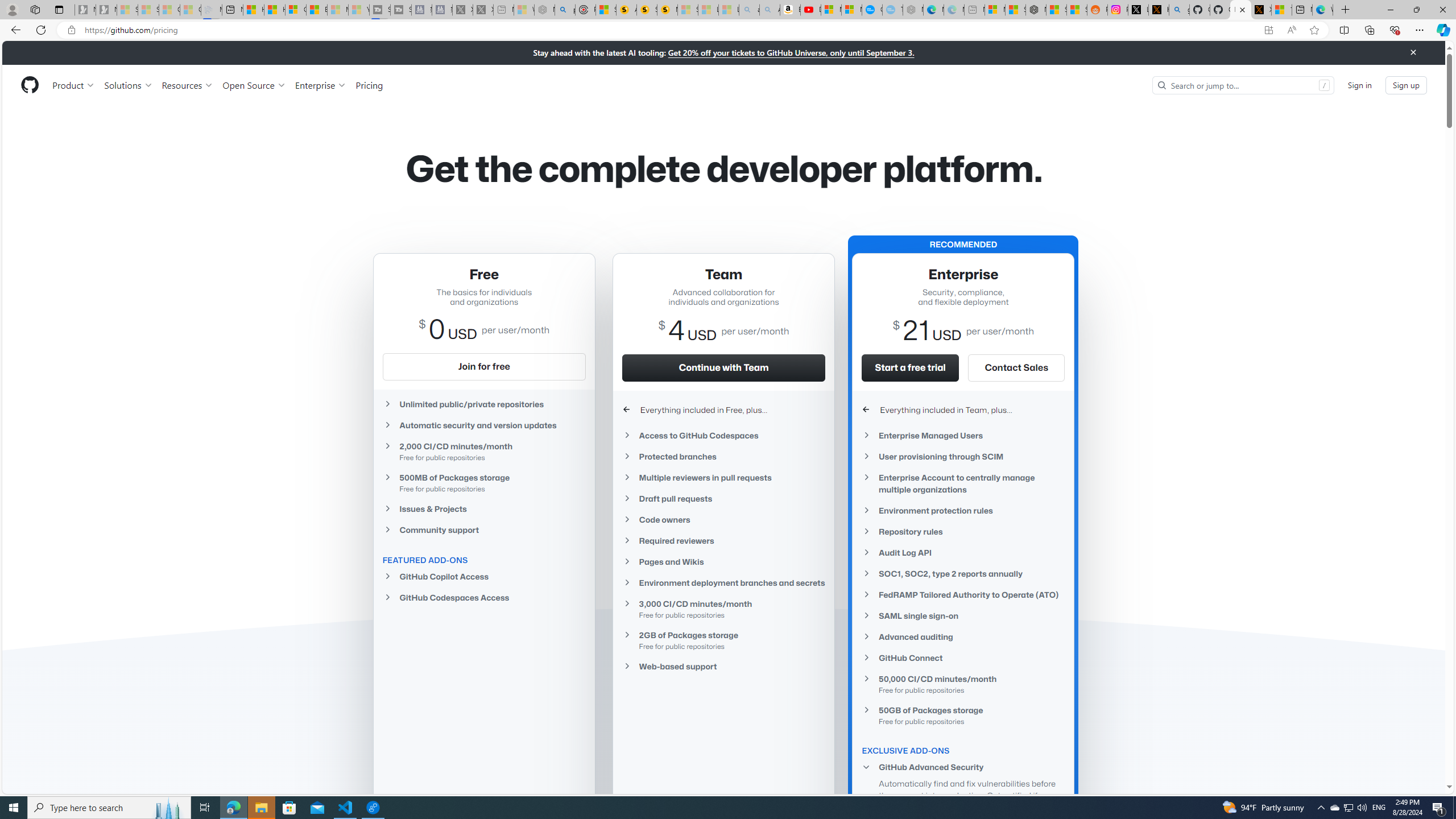 Image resolution: width=1456 pixels, height=819 pixels. What do you see at coordinates (963, 615) in the screenshot?
I see `'SAML single sign-on'` at bounding box center [963, 615].